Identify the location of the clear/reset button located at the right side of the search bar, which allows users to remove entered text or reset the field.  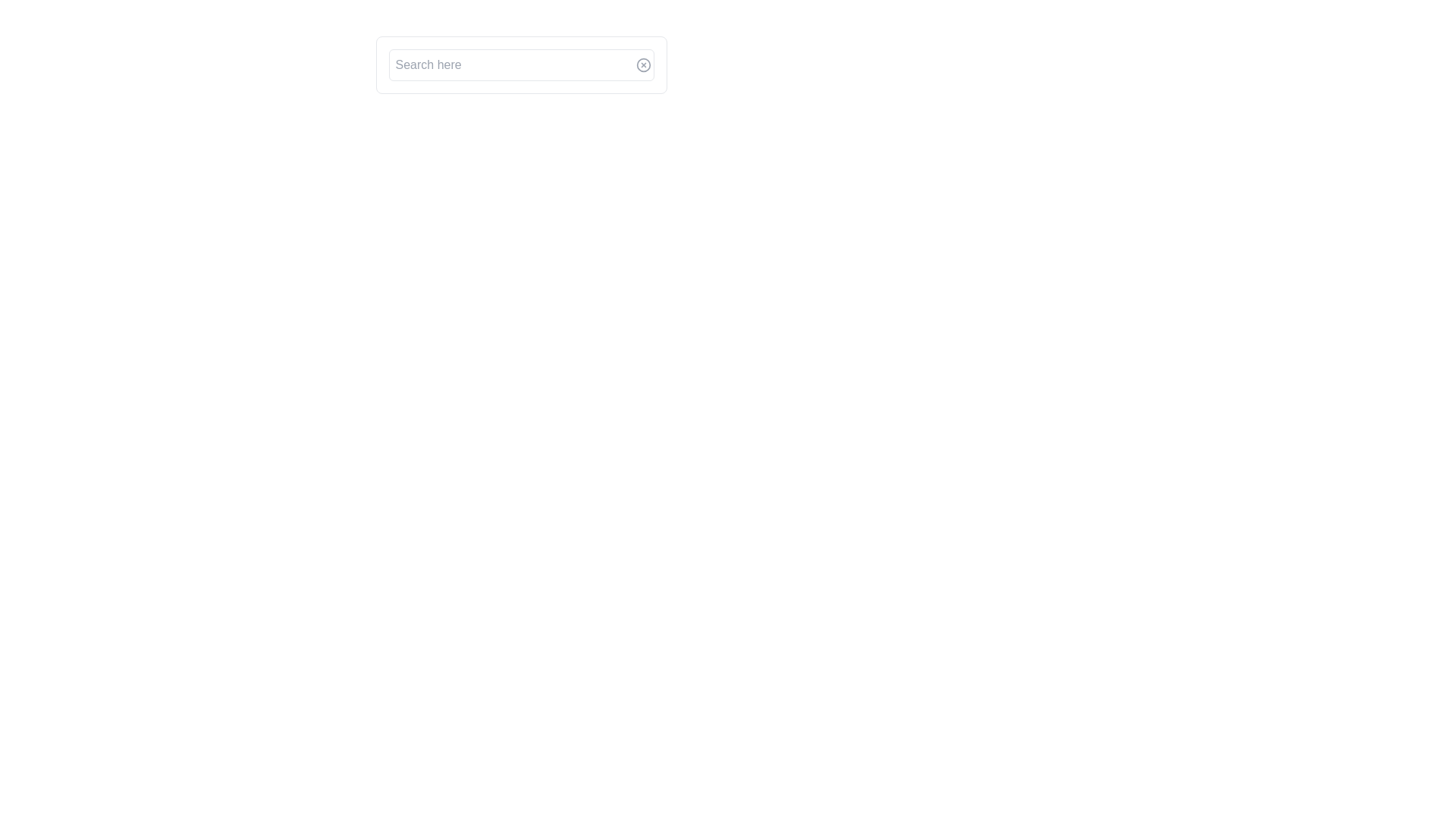
(643, 64).